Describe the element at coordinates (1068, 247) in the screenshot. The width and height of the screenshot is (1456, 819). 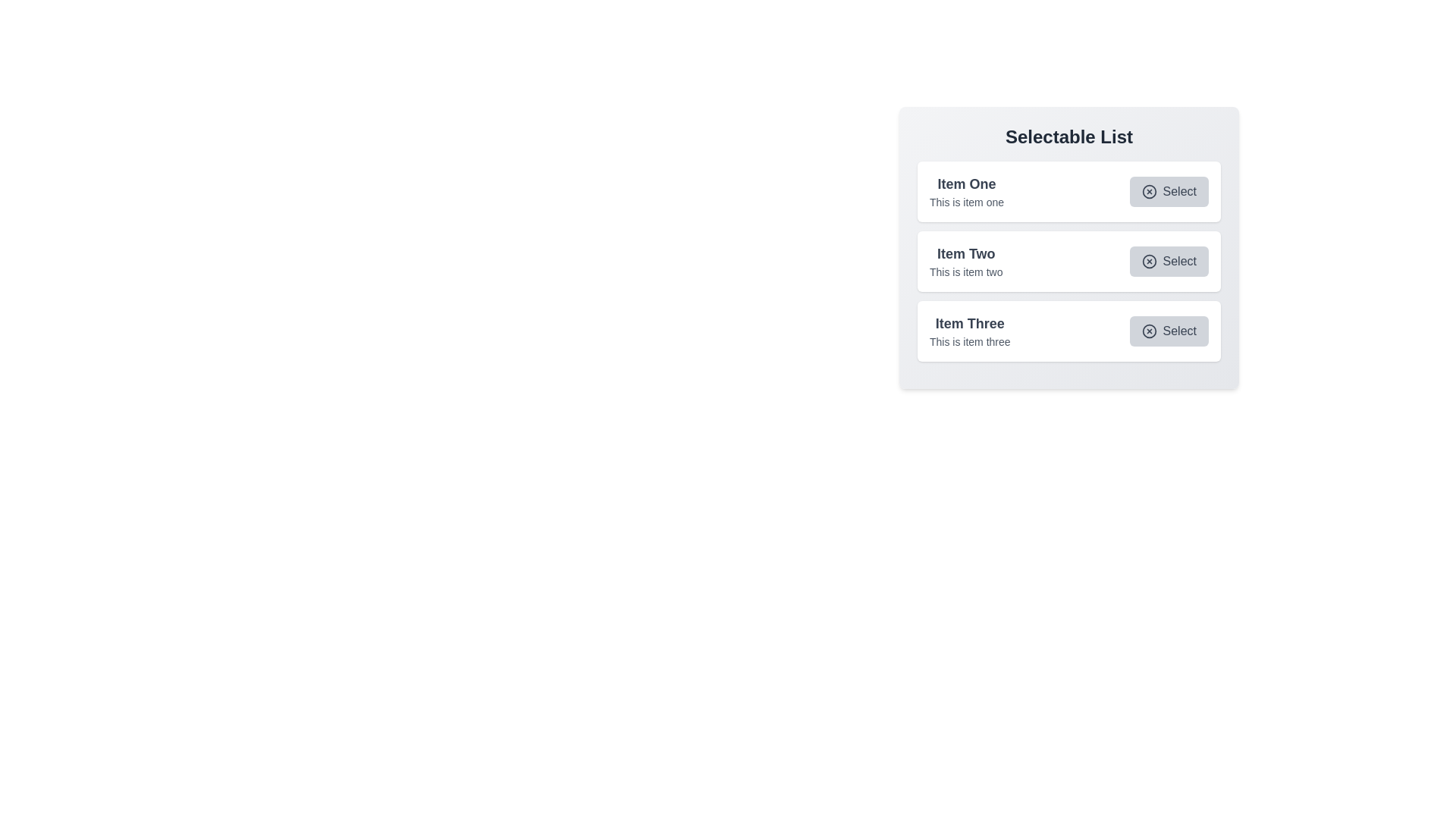
I see `the main container of the list to focus on it` at that location.